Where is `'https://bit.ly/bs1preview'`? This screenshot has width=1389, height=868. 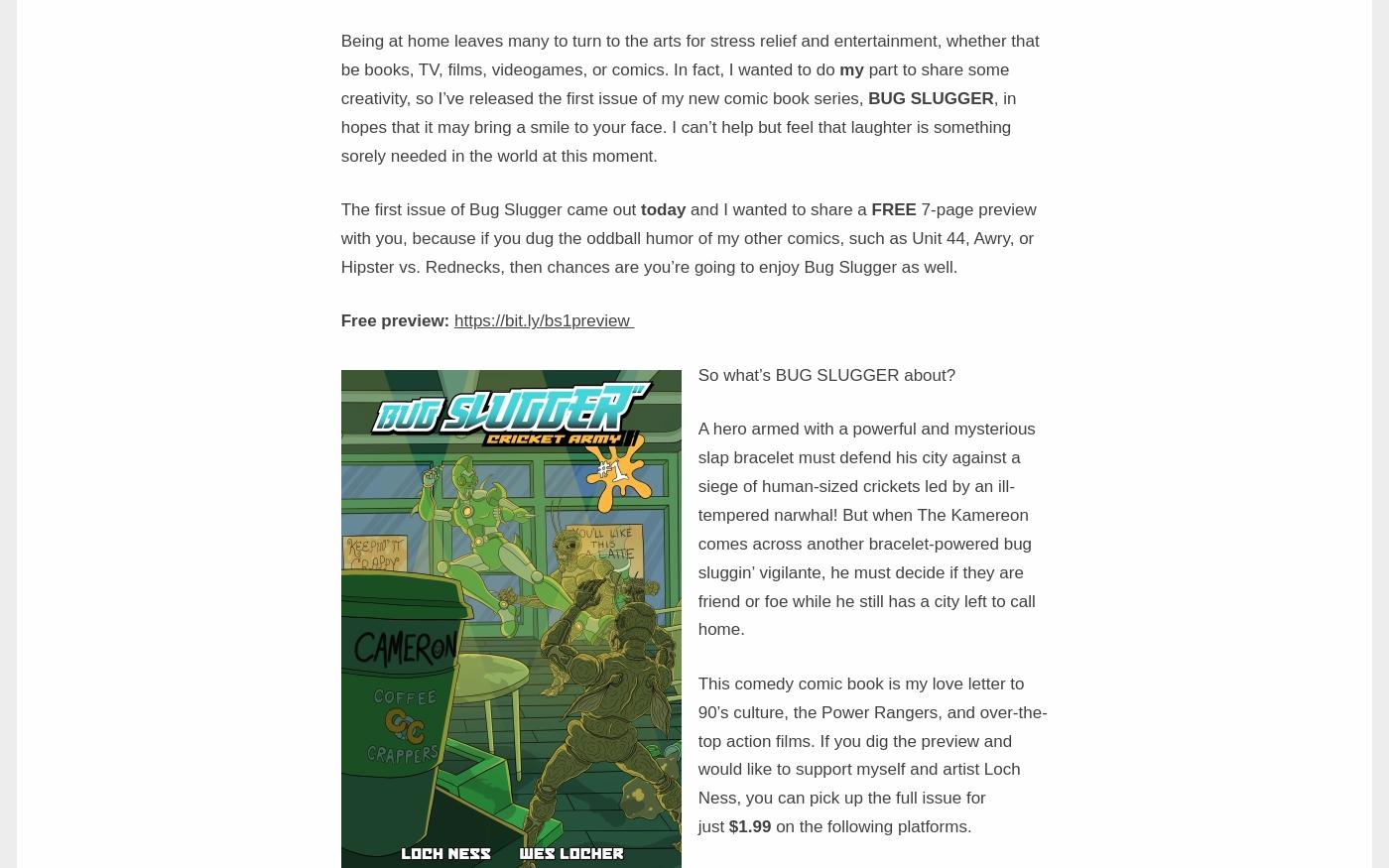 'https://bit.ly/bs1preview' is located at coordinates (544, 320).